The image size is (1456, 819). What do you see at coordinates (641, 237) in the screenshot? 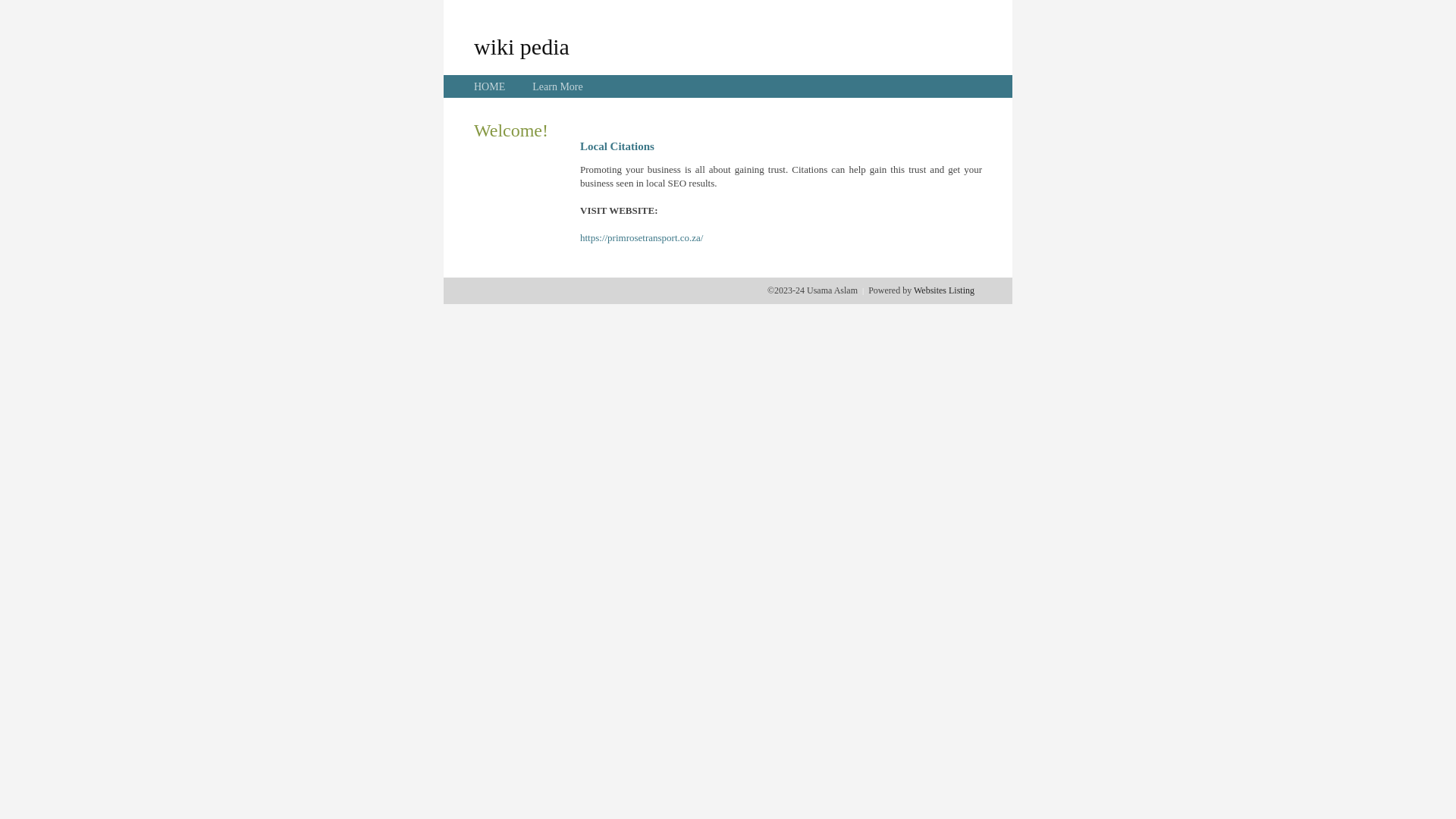
I see `'https://primrosetransport.co.za/'` at bounding box center [641, 237].